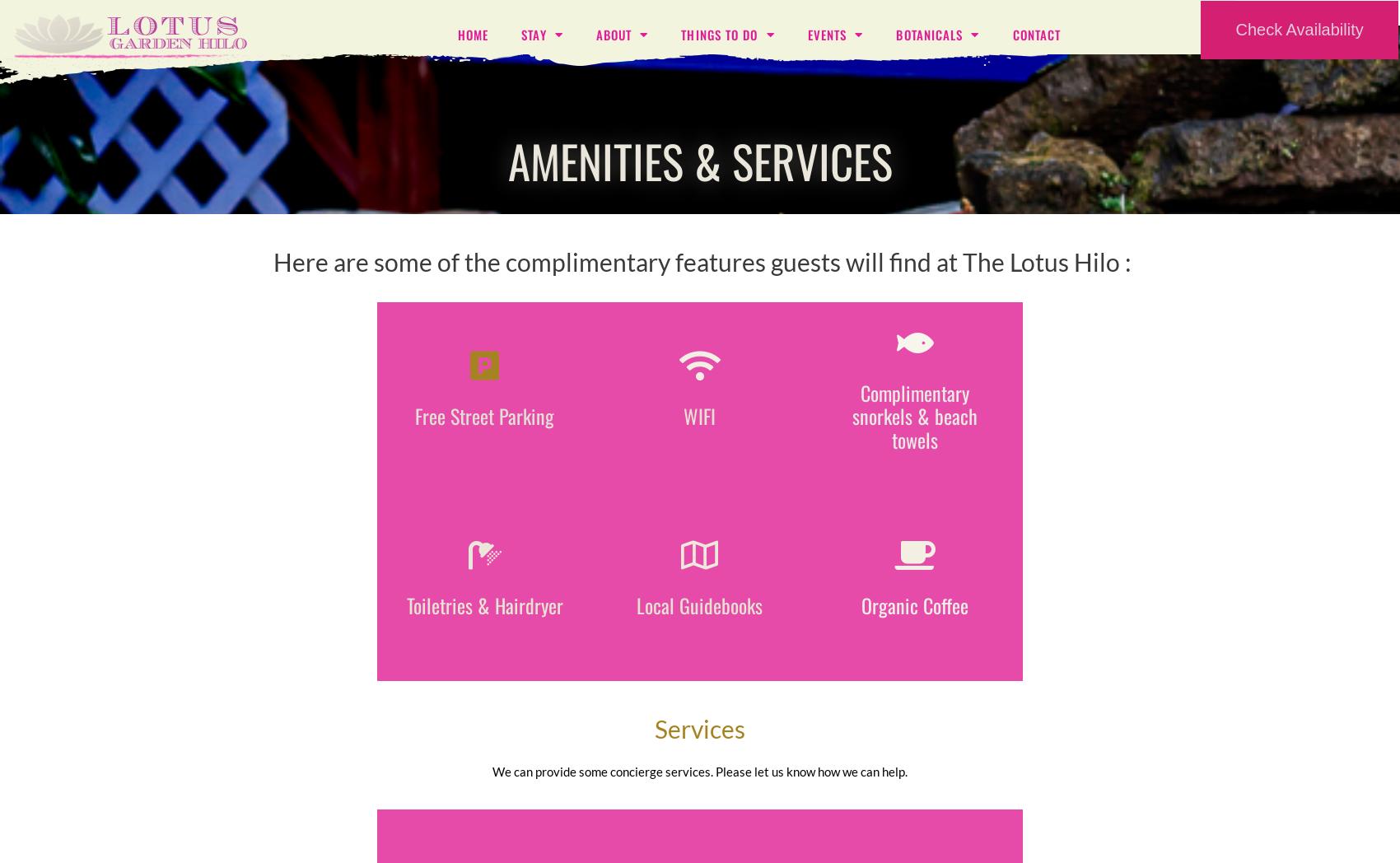 The height and width of the screenshot is (863, 1400). I want to click on 'Local Guidebooks', so click(698, 604).